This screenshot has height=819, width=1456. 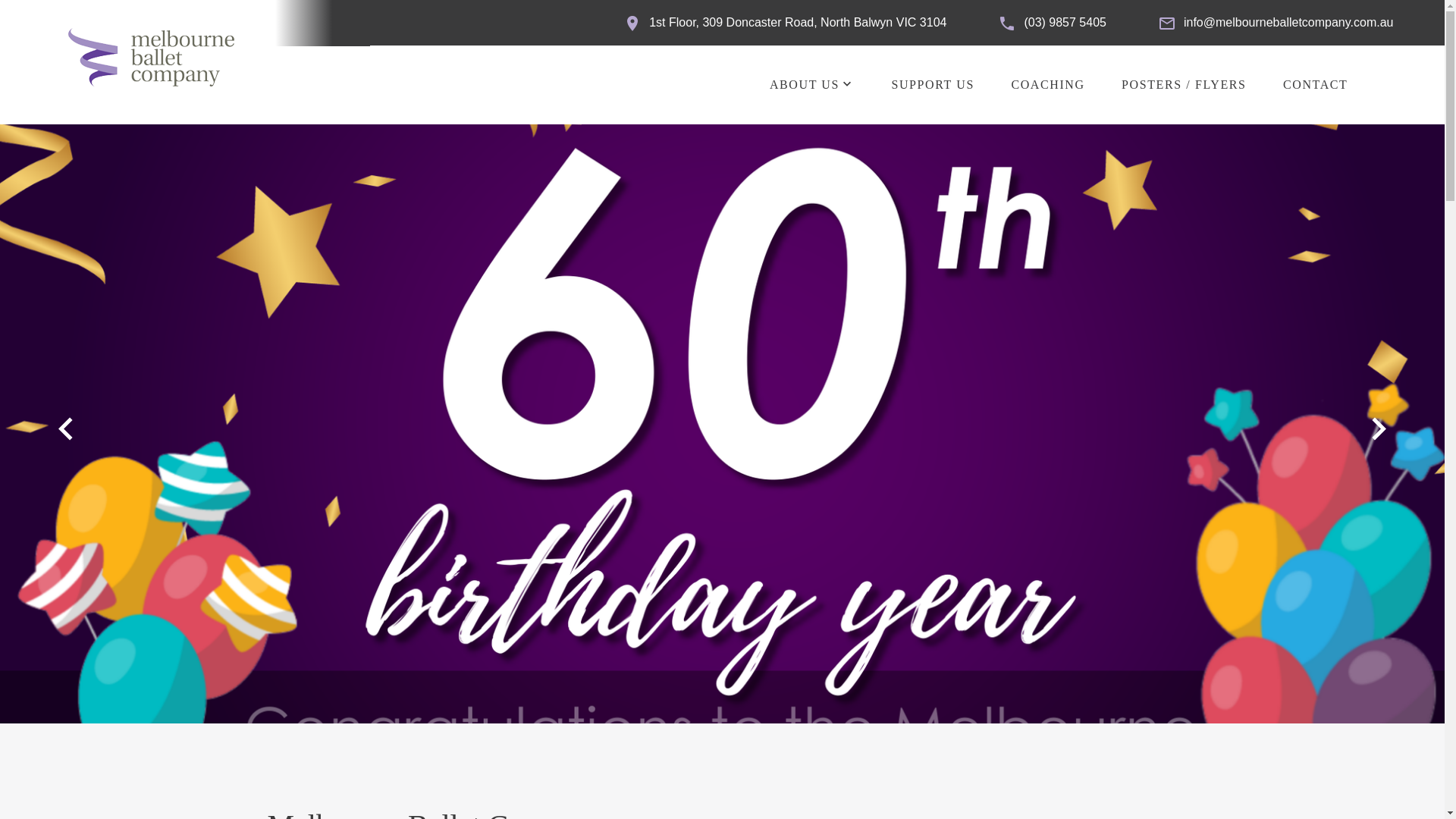 I want to click on 'ABOUT US', so click(x=803, y=84).